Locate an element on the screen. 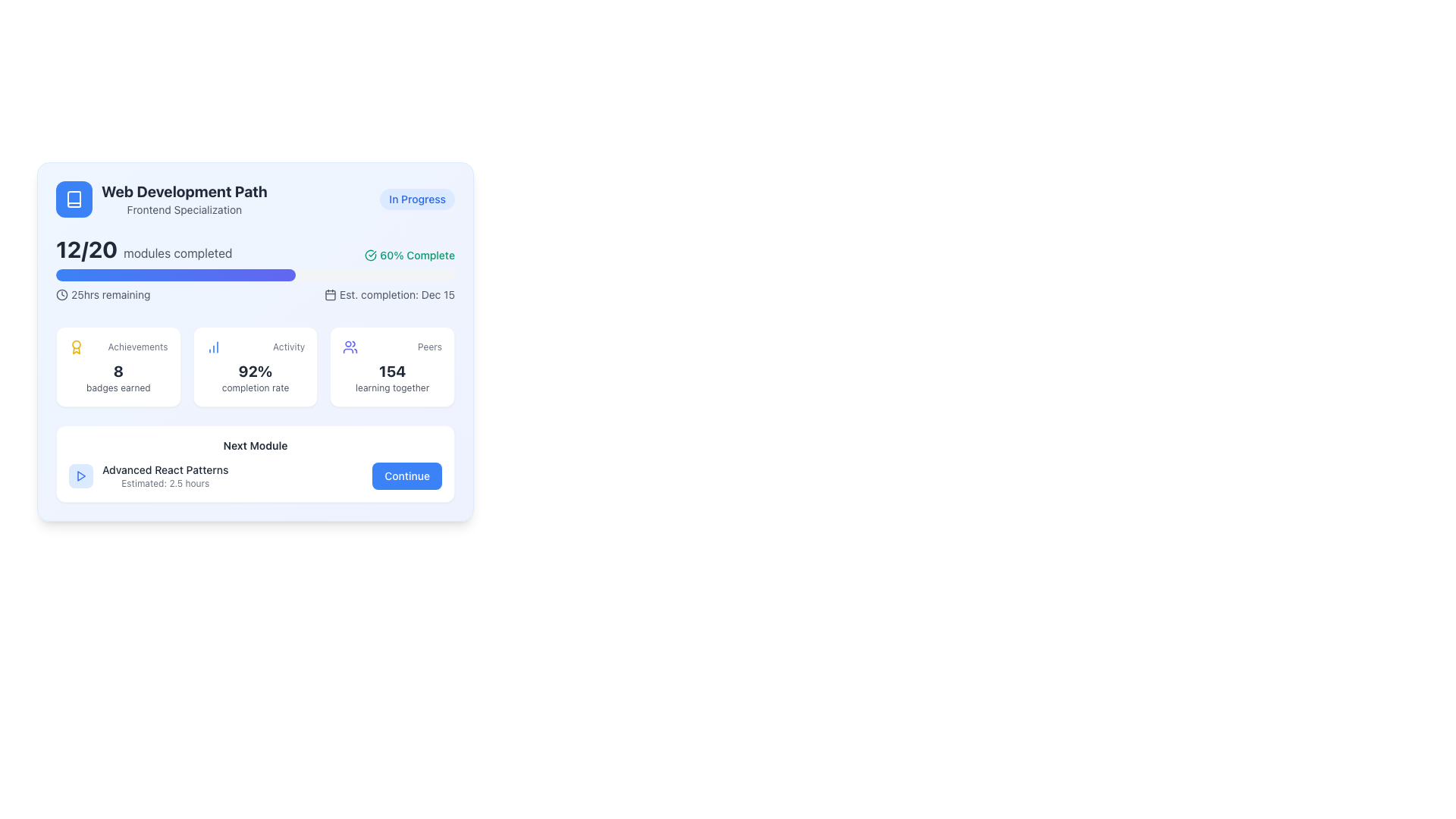 The height and width of the screenshot is (819, 1456). the icon representing a group of people located in the 'Peers' section, just to the left of the text '154 learning together' is located at coordinates (350, 347).